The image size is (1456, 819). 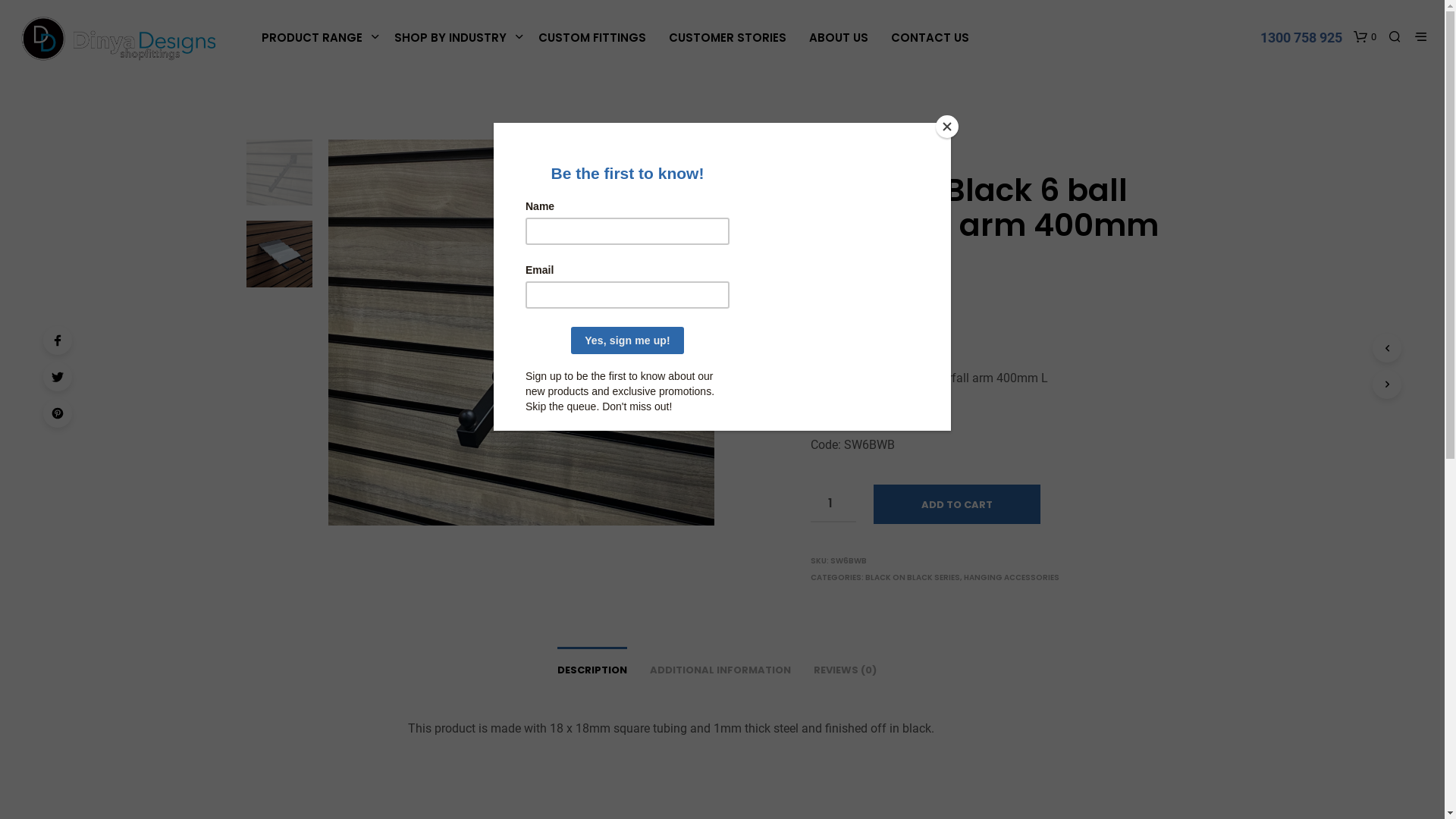 I want to click on 'DESCRIPTION', so click(x=590, y=664).